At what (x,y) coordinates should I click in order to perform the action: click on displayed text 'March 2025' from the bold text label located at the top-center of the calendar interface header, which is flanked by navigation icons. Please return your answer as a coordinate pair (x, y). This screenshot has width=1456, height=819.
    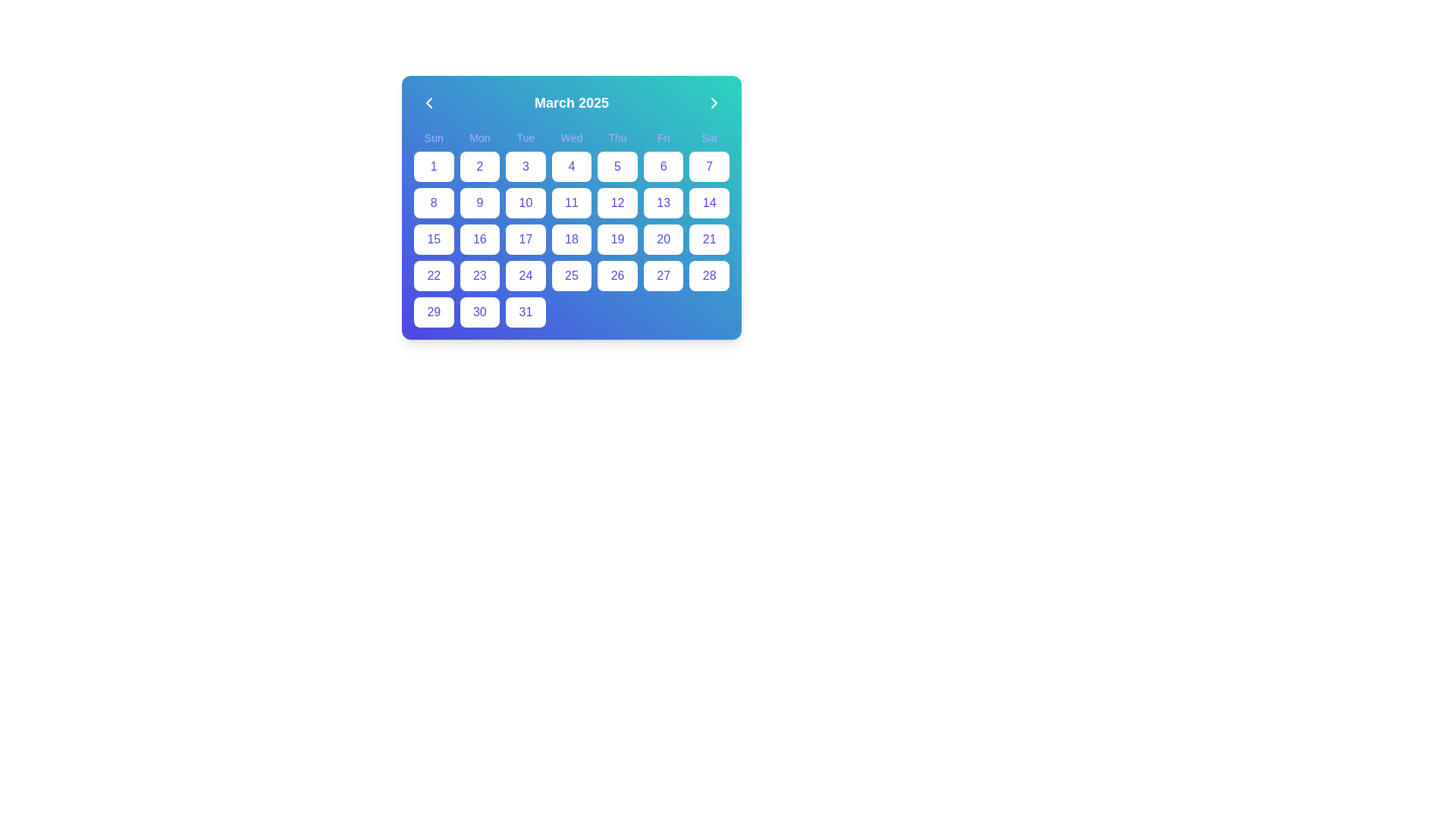
    Looking at the image, I should click on (570, 102).